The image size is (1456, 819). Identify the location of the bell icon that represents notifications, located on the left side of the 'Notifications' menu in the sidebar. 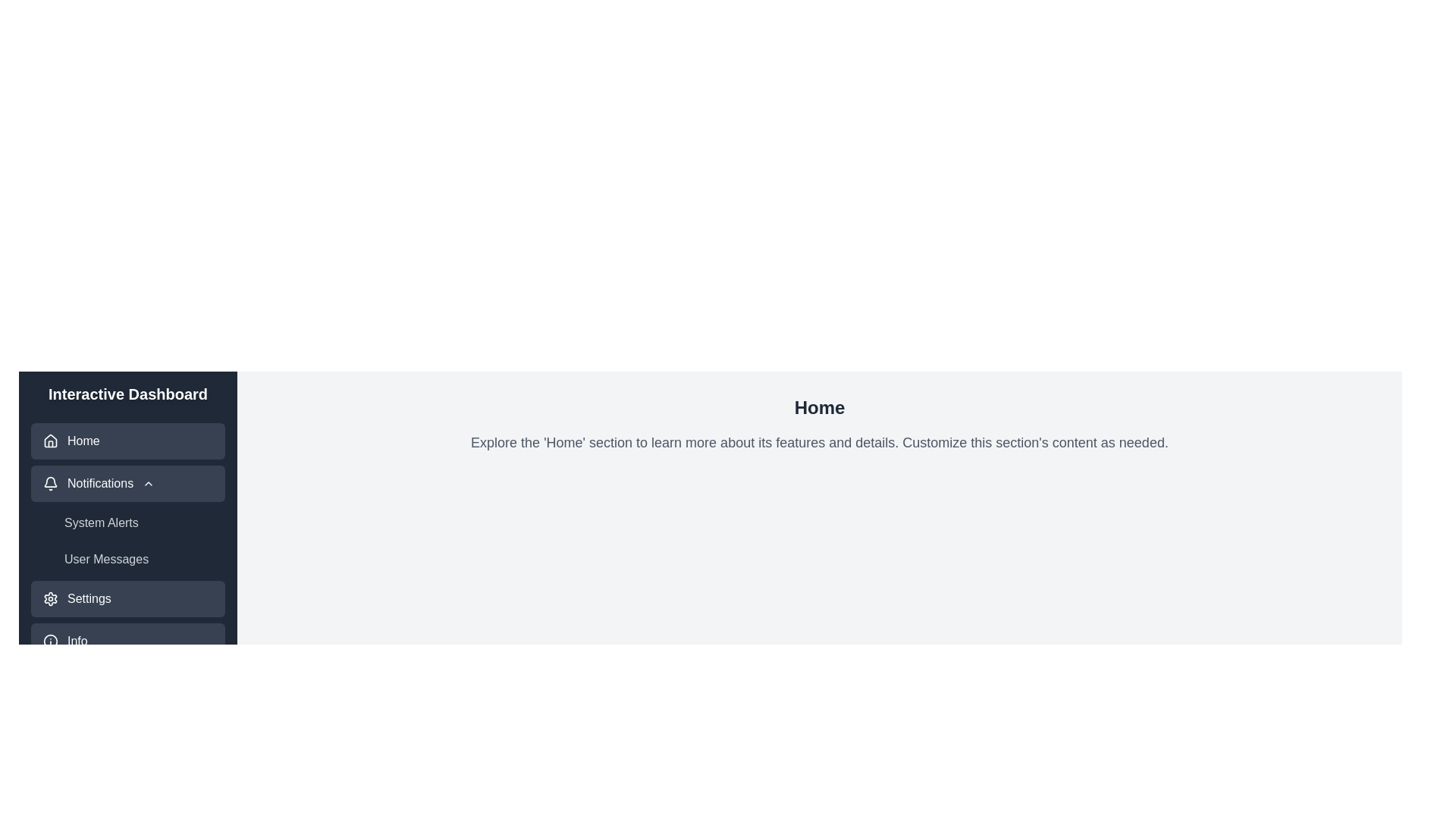
(51, 483).